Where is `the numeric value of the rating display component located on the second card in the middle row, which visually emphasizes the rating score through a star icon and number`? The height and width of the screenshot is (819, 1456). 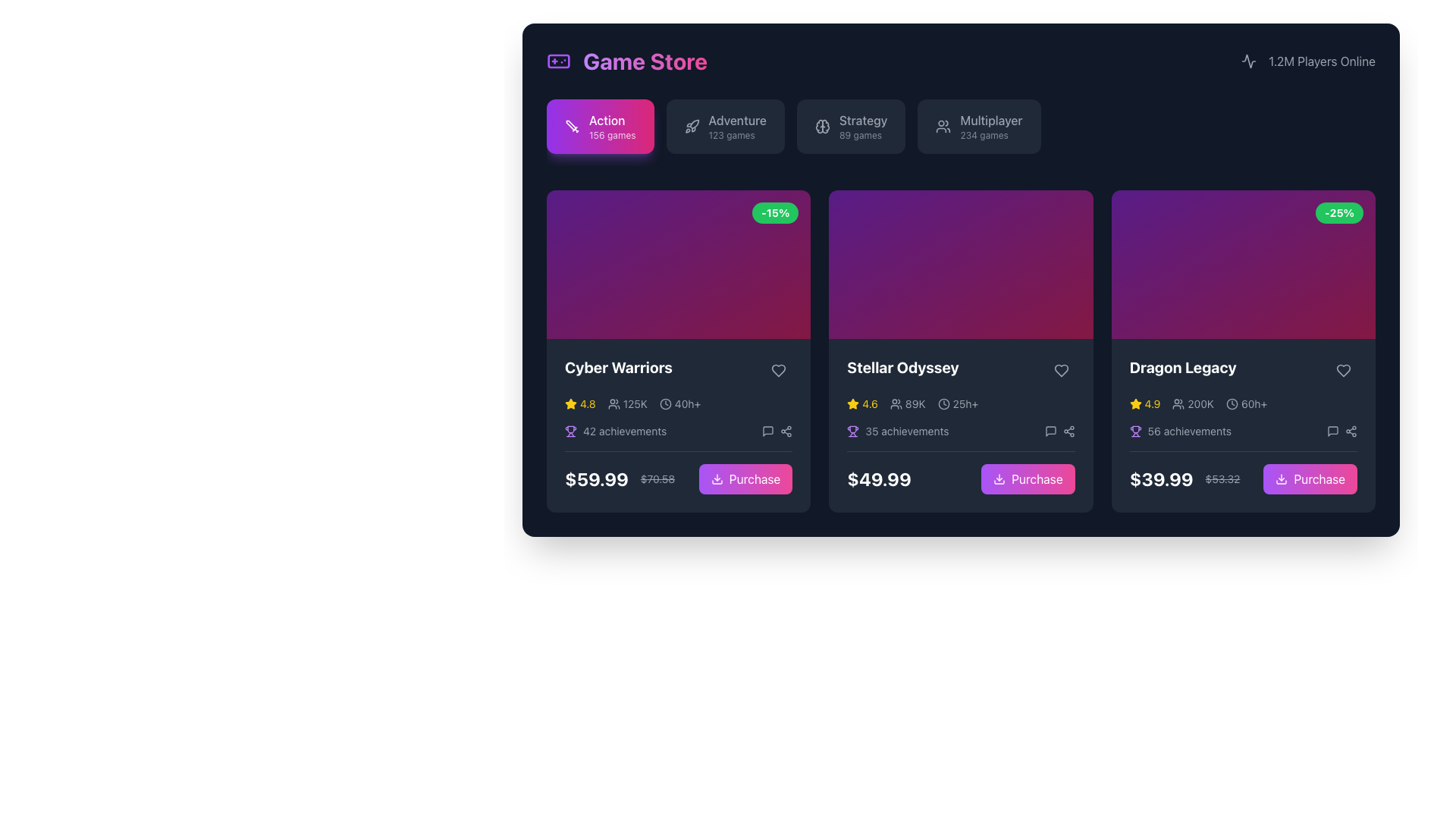
the numeric value of the rating display component located on the second card in the middle row, which visually emphasizes the rating score through a star icon and number is located at coordinates (862, 403).